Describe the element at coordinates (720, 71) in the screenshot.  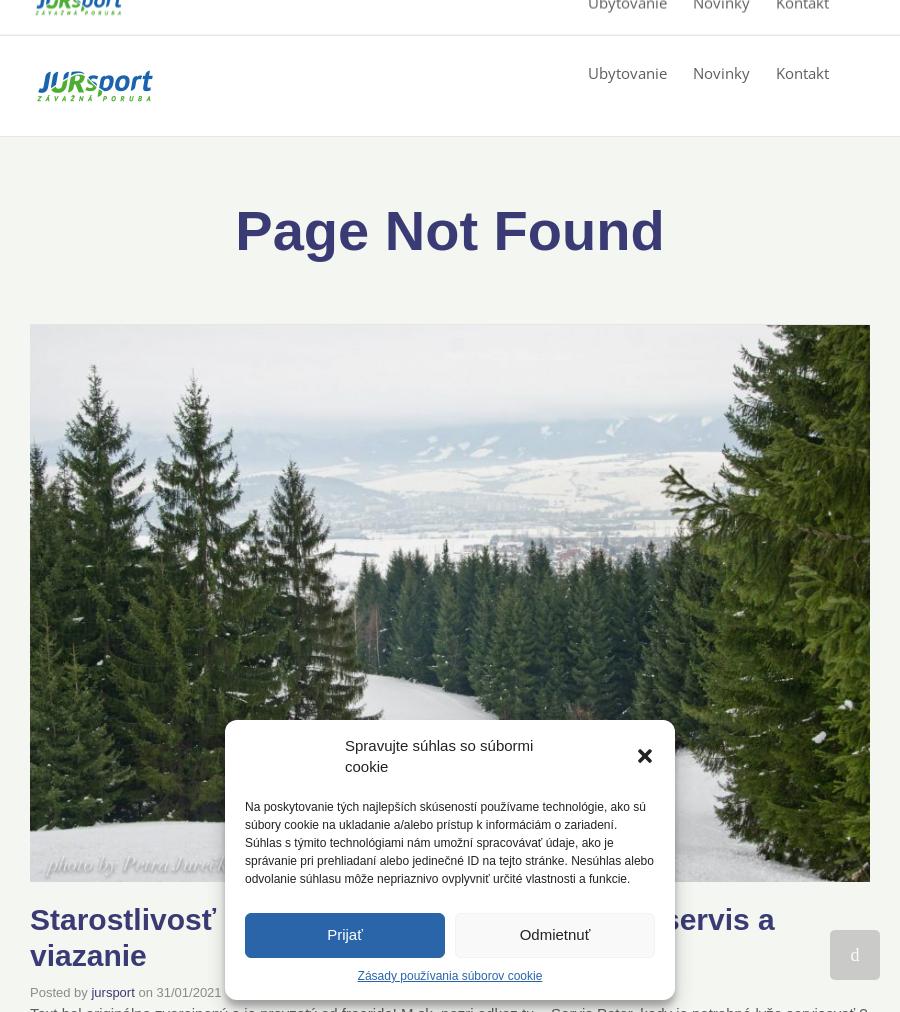
I see `'Novinky'` at that location.